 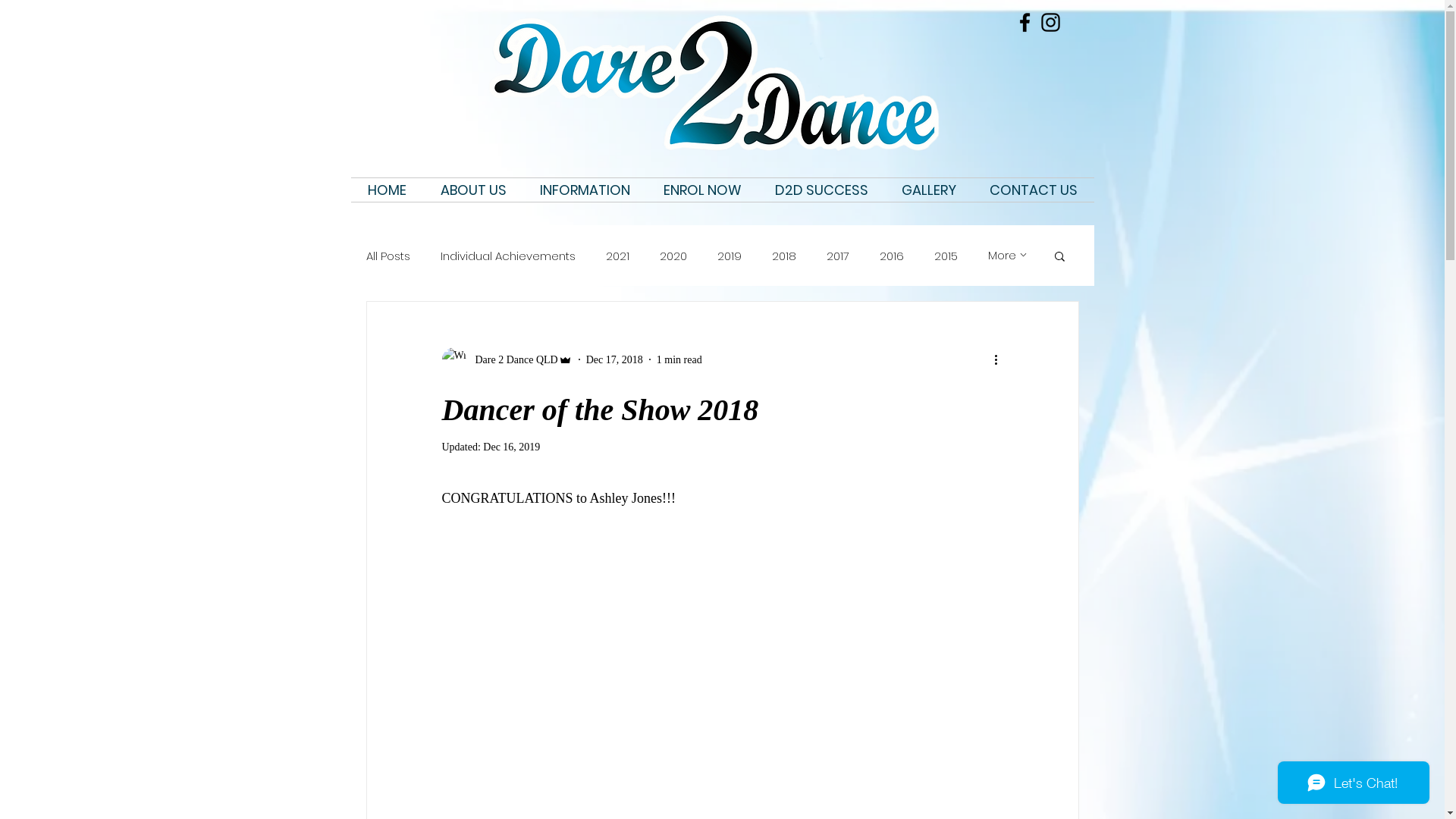 What do you see at coordinates (927, 189) in the screenshot?
I see `'GALLERY'` at bounding box center [927, 189].